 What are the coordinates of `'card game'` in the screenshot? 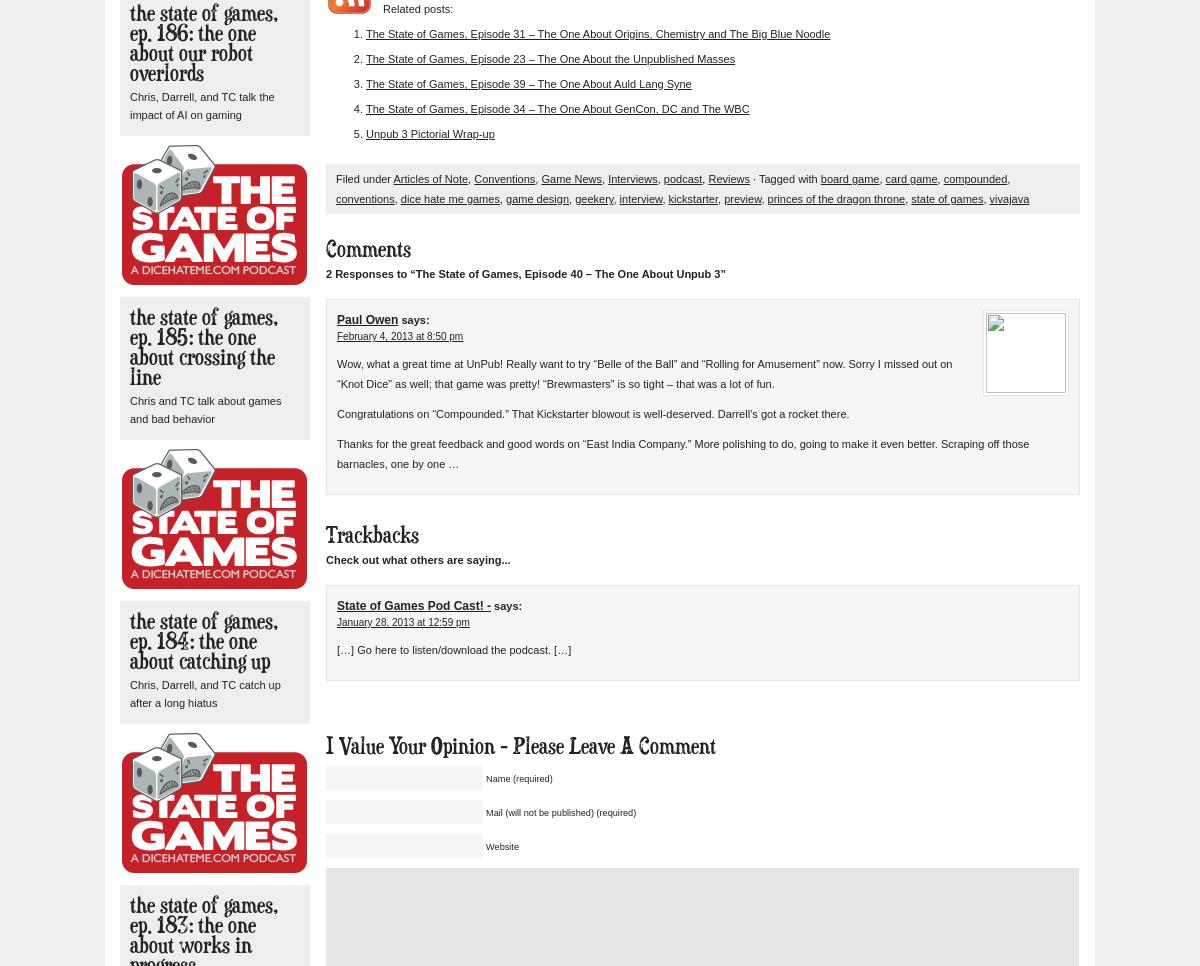 It's located at (911, 178).